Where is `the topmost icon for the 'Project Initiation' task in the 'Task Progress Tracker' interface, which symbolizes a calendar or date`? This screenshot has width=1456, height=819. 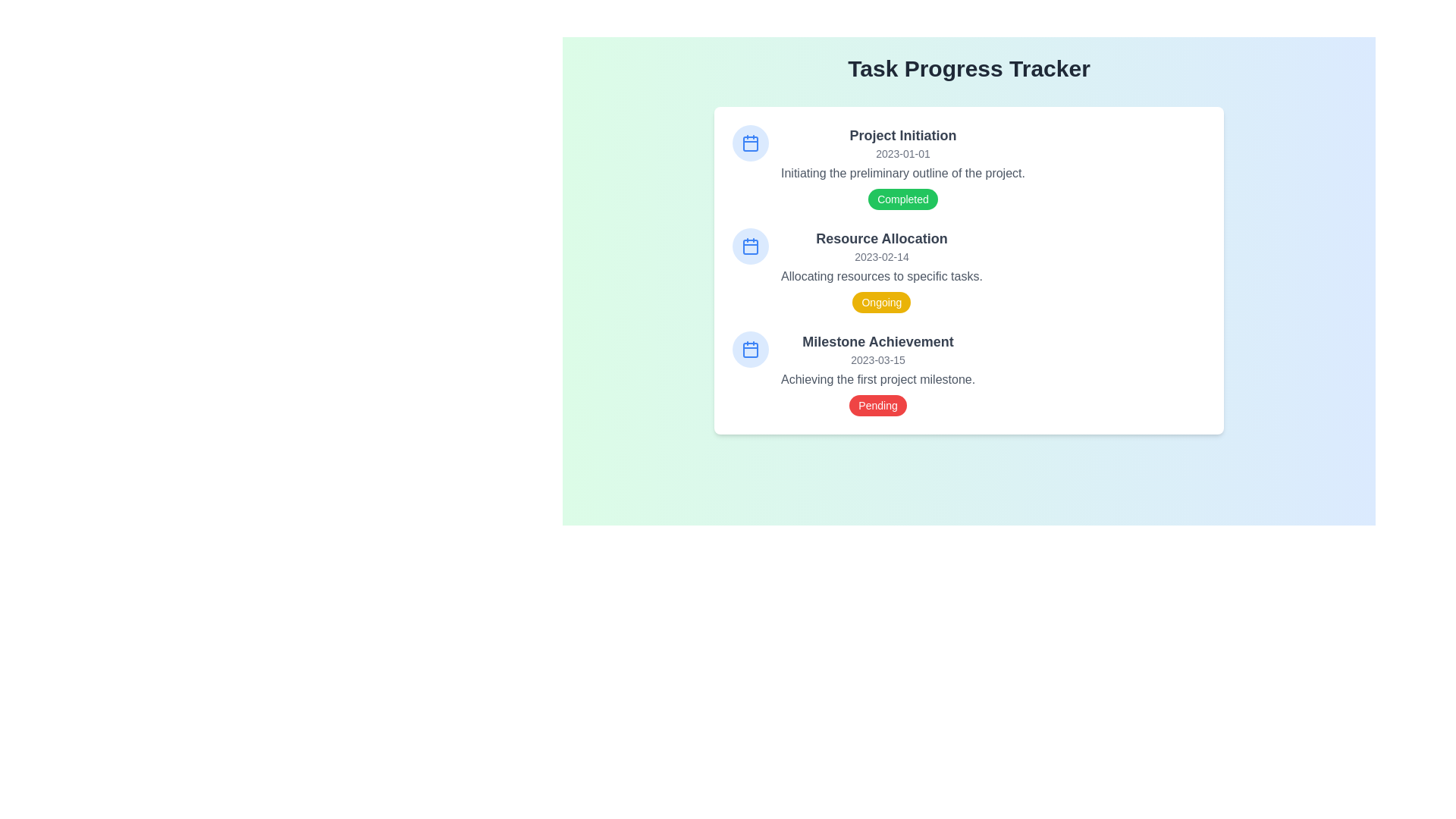 the topmost icon for the 'Project Initiation' task in the 'Task Progress Tracker' interface, which symbolizes a calendar or date is located at coordinates (750, 143).